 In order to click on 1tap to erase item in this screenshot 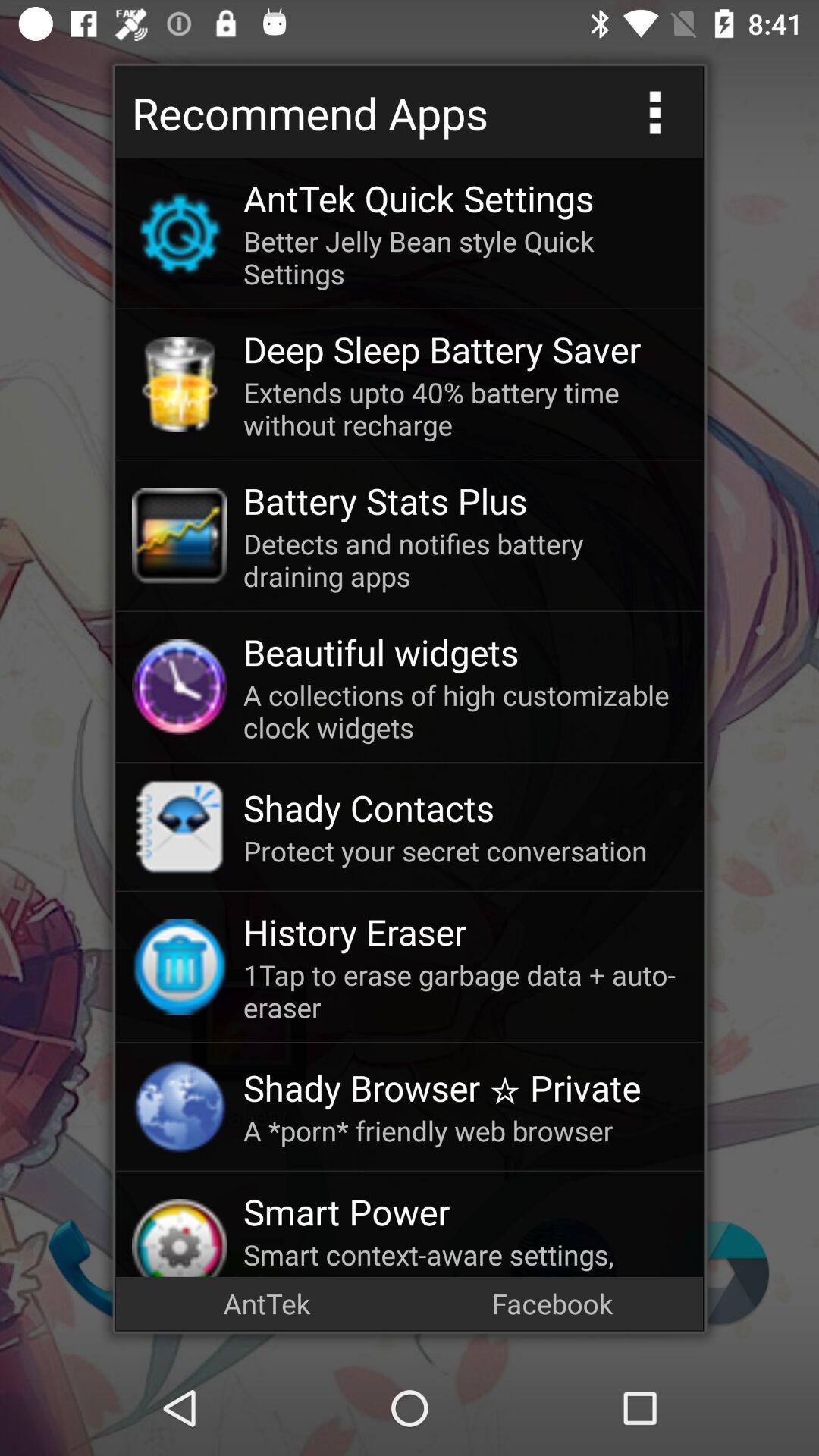, I will do `click(464, 990)`.